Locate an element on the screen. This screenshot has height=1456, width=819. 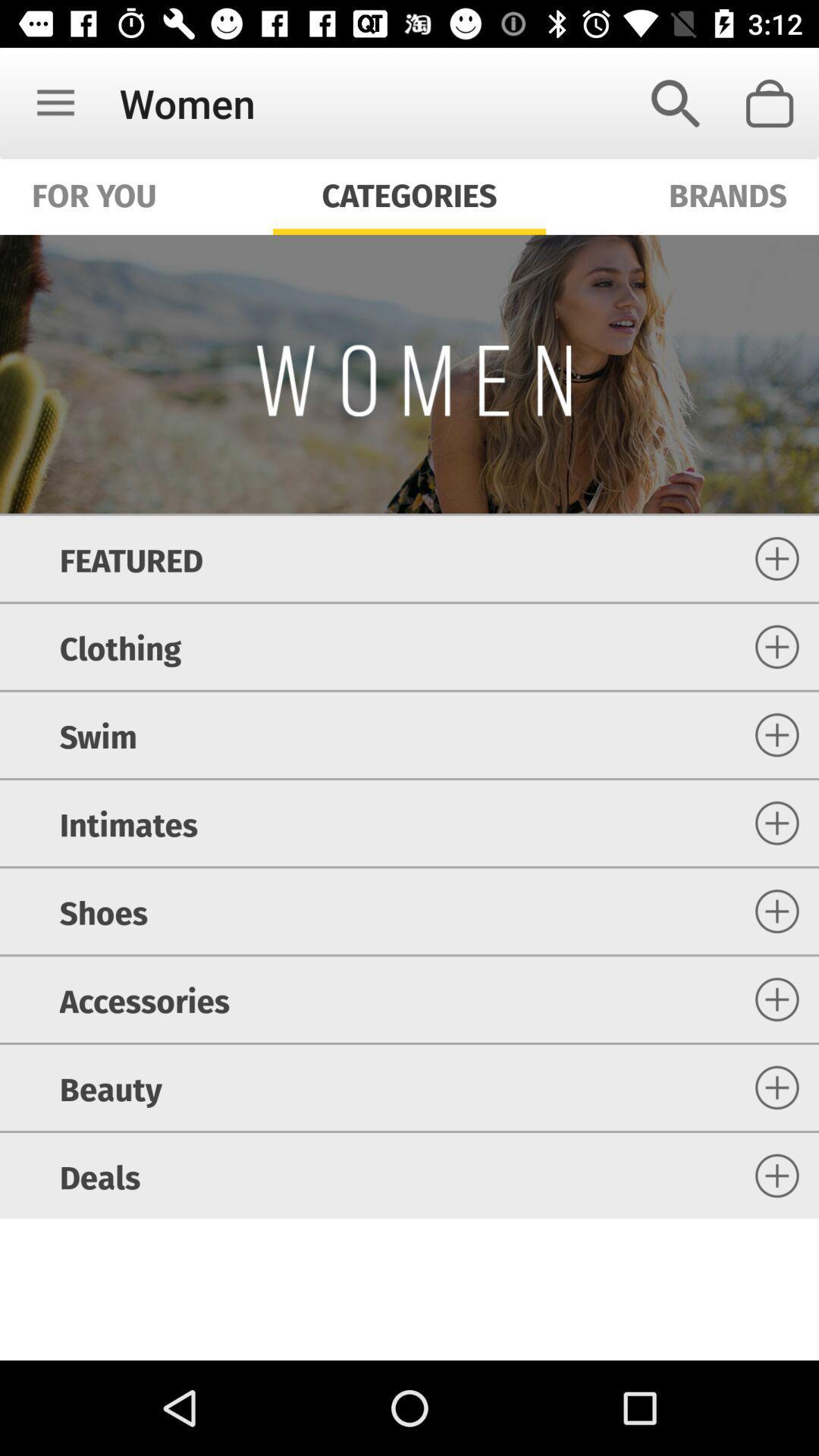
the featured icon is located at coordinates (130, 557).